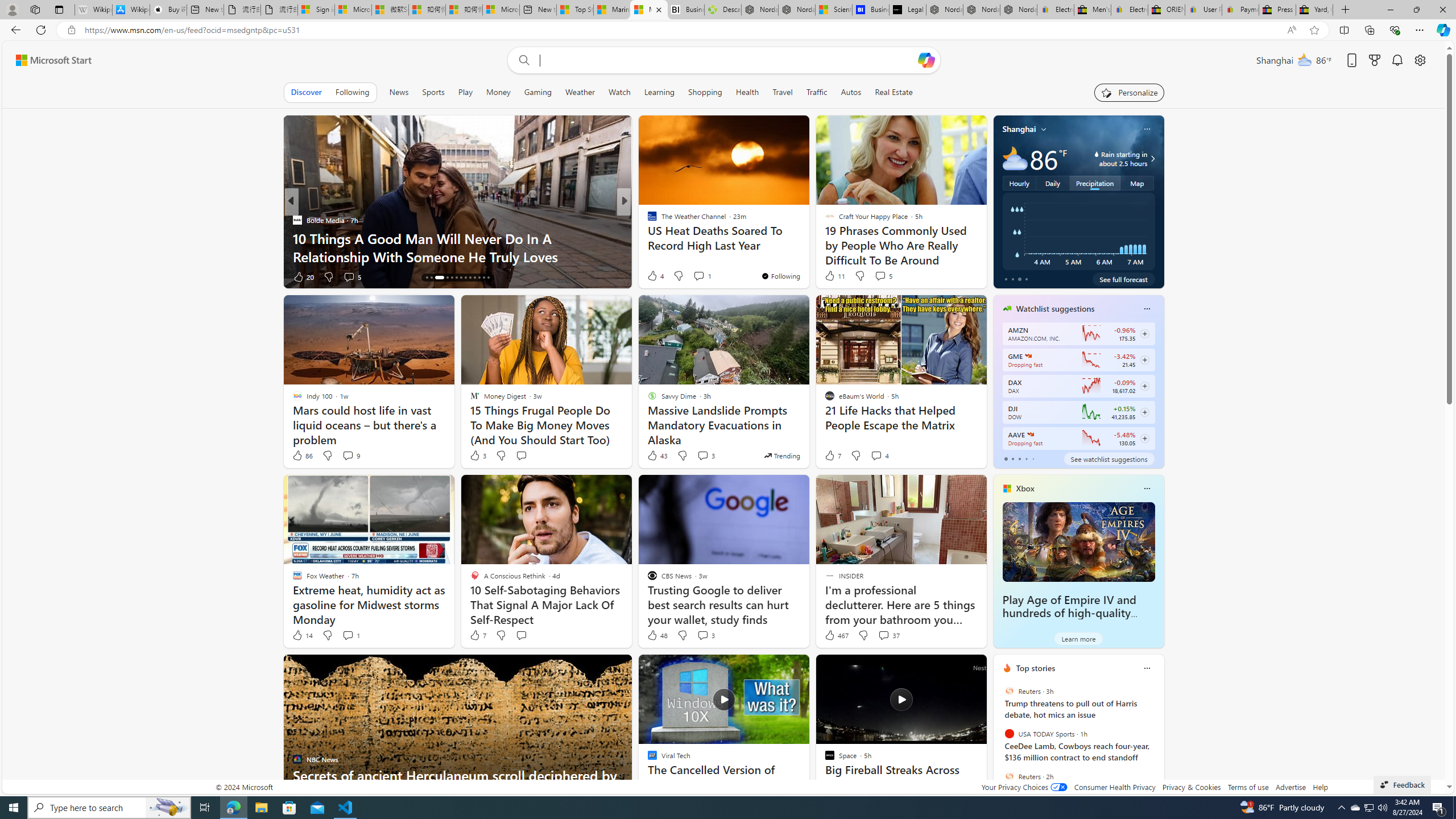 This screenshot has height=819, width=1456. What do you see at coordinates (647, 220) in the screenshot?
I see `'BBC'` at bounding box center [647, 220].